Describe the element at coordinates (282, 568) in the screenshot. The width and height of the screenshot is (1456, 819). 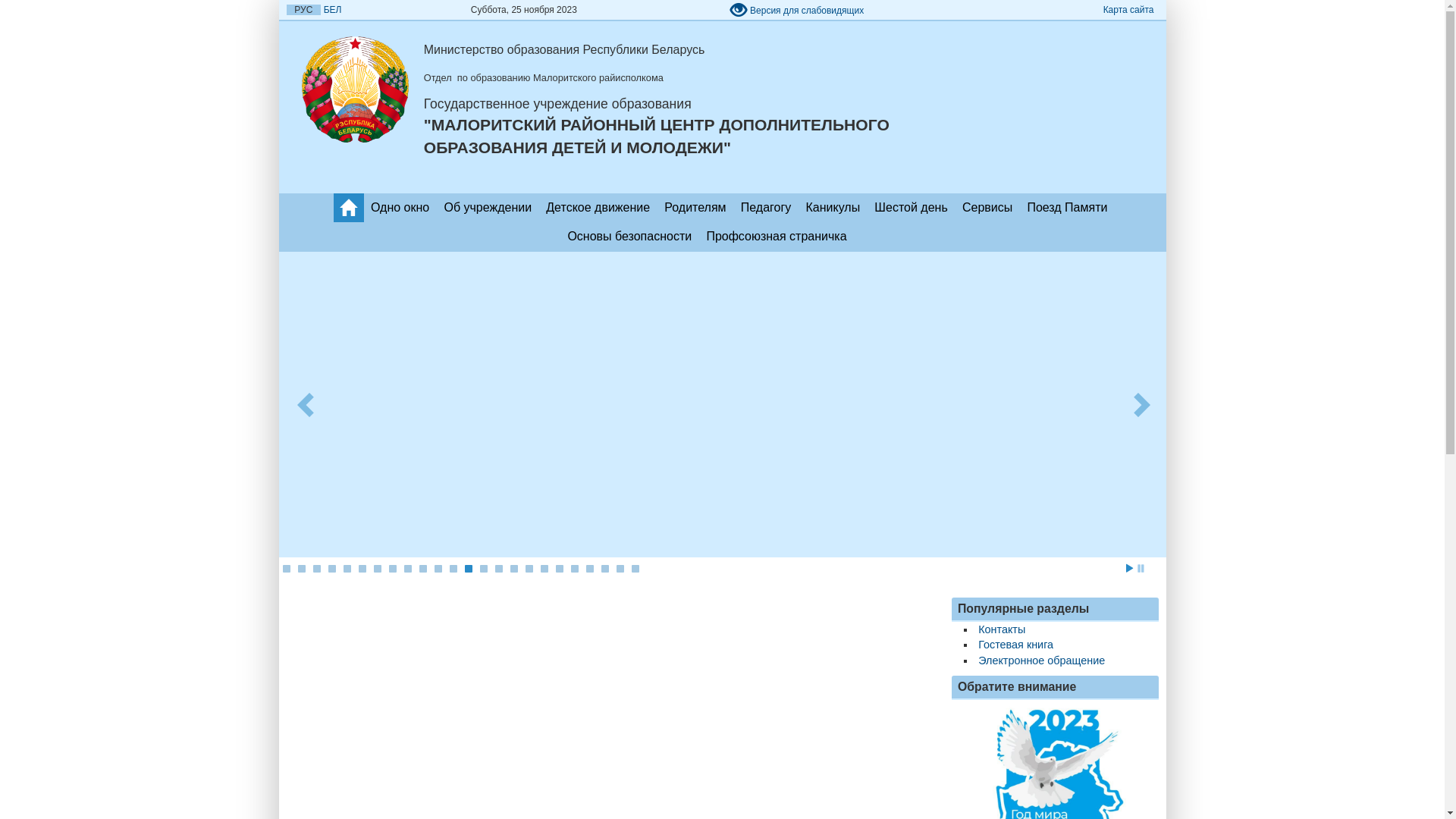
I see `'1'` at that location.